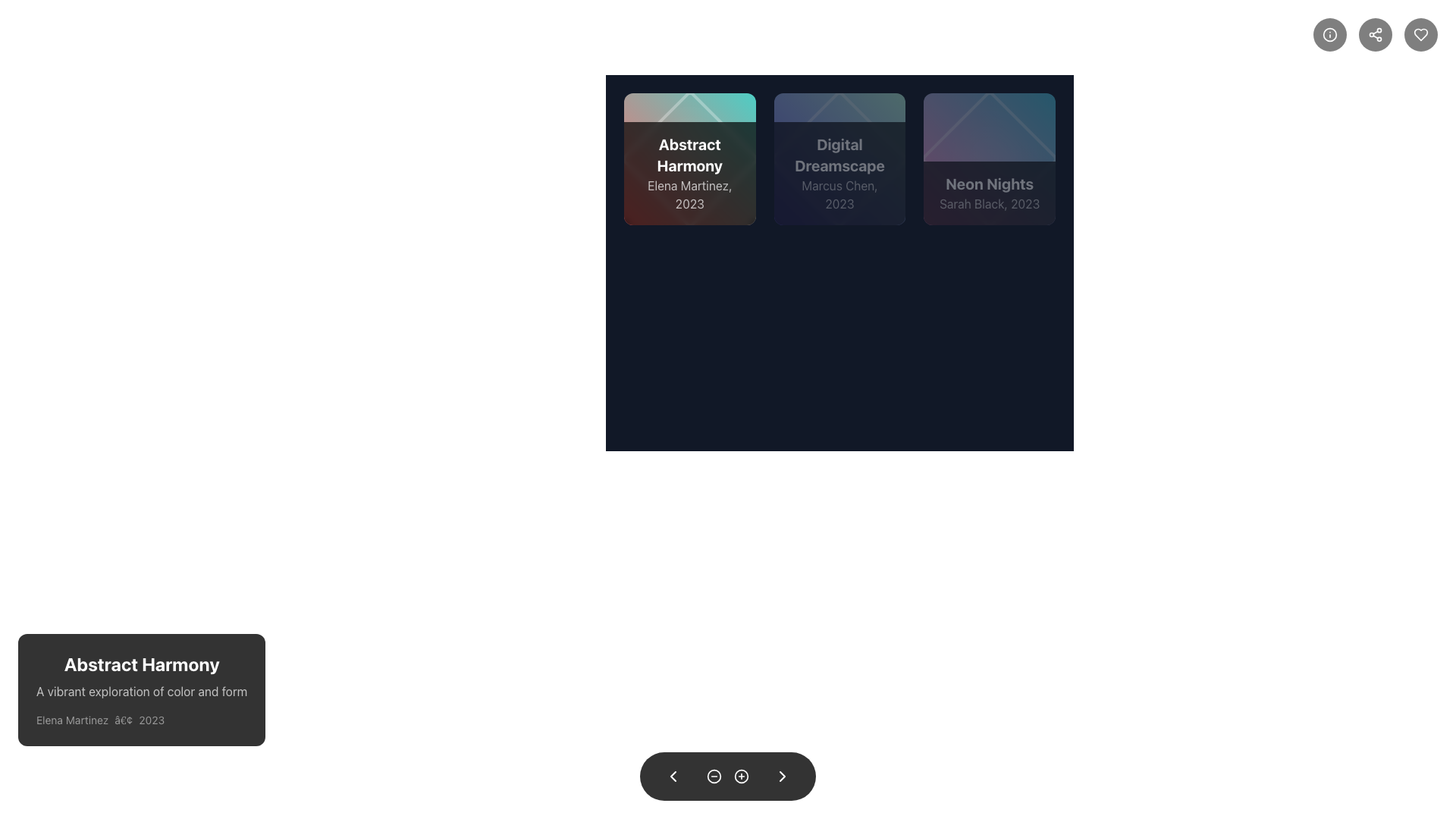 This screenshot has height=819, width=1456. Describe the element at coordinates (1420, 34) in the screenshot. I see `the heart-shaped icon located in the top-right corner of the interface to favorite or like an item` at that location.